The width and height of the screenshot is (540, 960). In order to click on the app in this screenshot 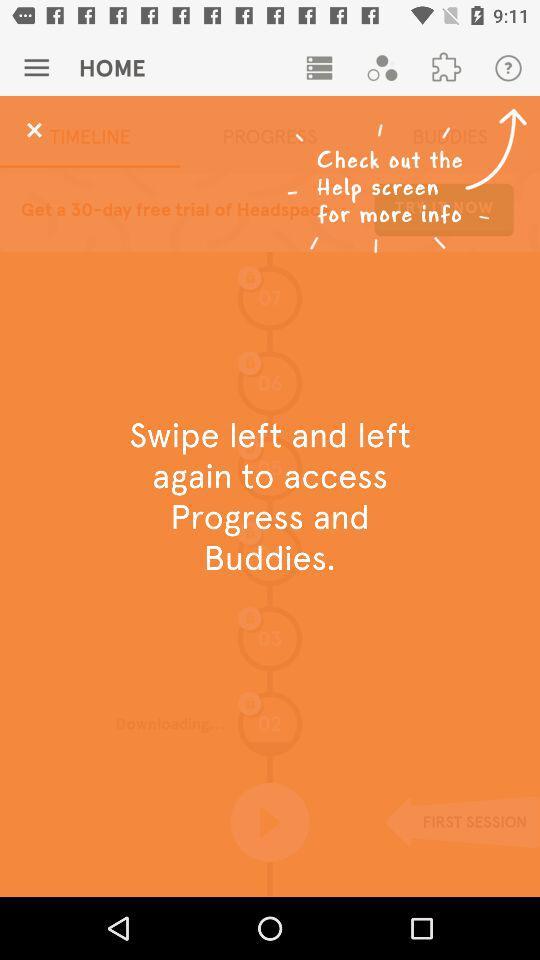, I will do `click(33, 129)`.